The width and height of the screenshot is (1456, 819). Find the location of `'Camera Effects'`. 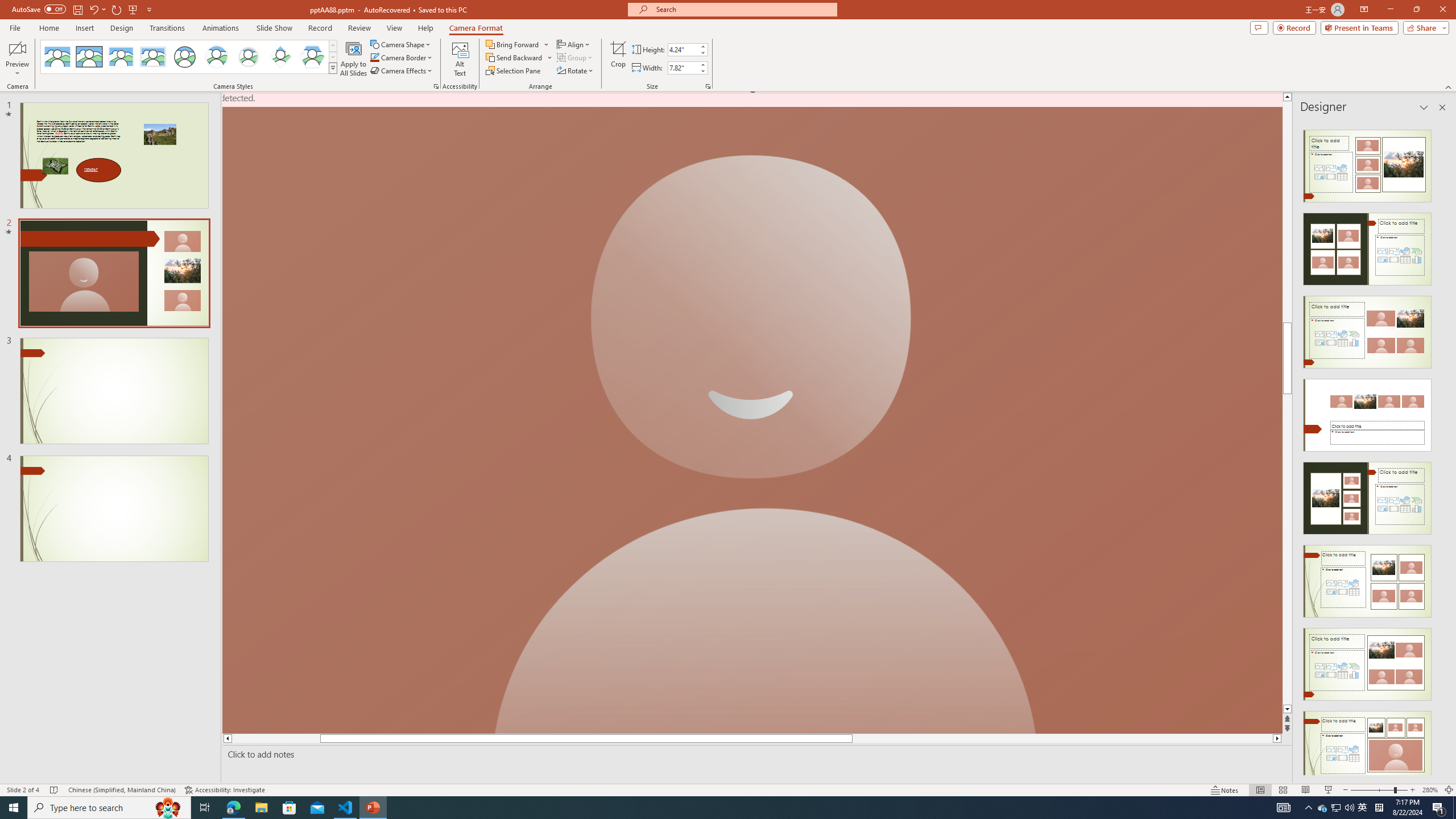

'Camera Effects' is located at coordinates (402, 69).